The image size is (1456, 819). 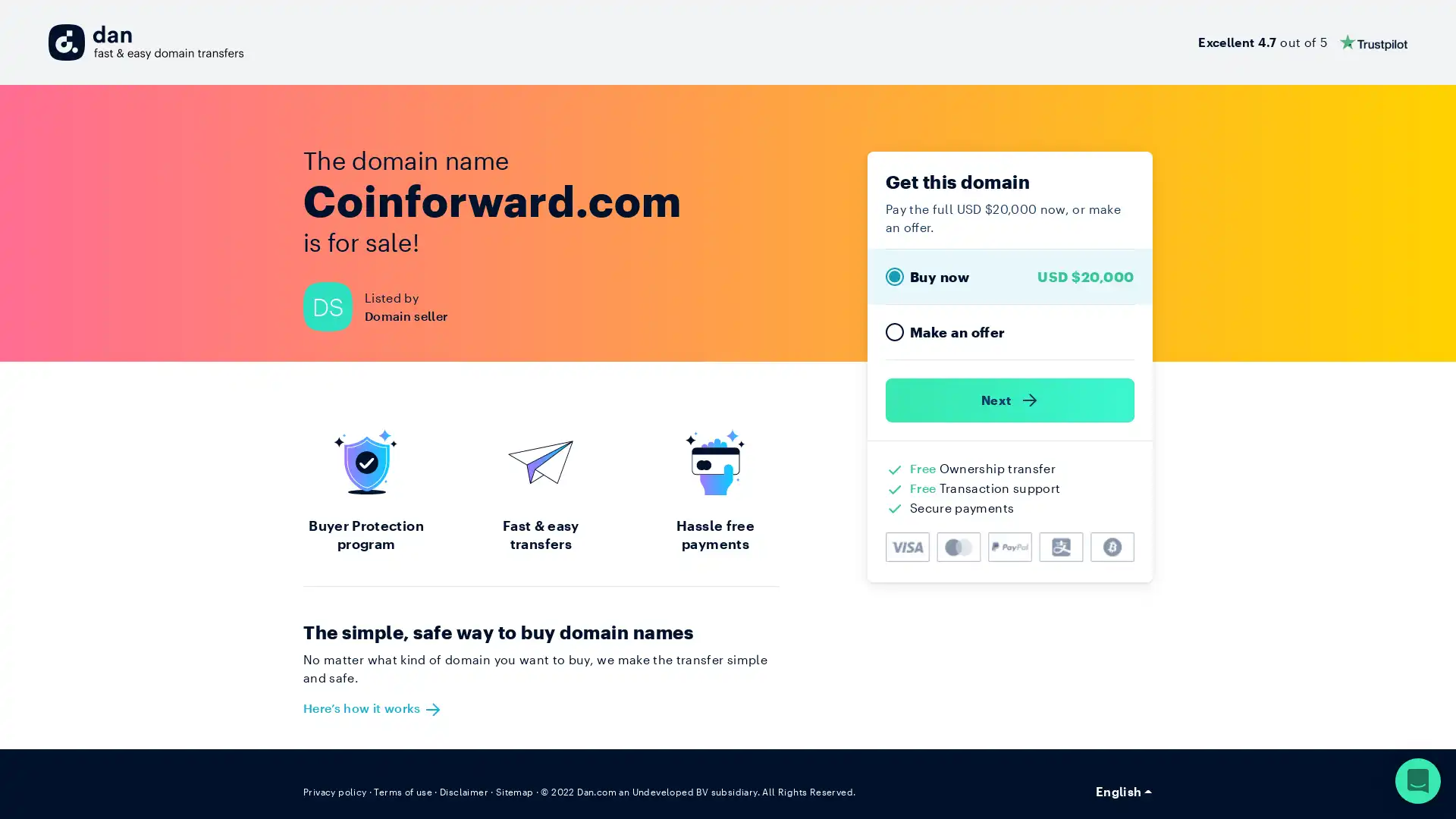 What do you see at coordinates (1417, 780) in the screenshot?
I see `Open Intercom Messenger` at bounding box center [1417, 780].